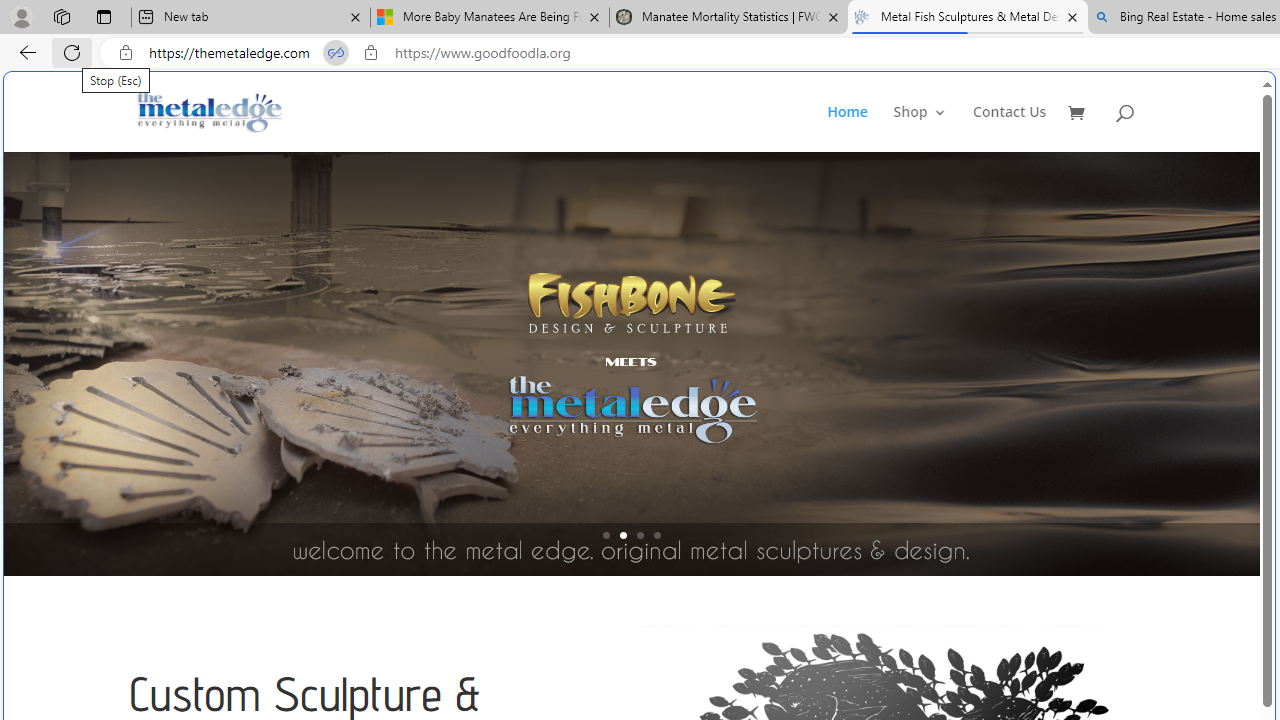 This screenshot has width=1280, height=720. I want to click on 'Shop 3', so click(919, 128).